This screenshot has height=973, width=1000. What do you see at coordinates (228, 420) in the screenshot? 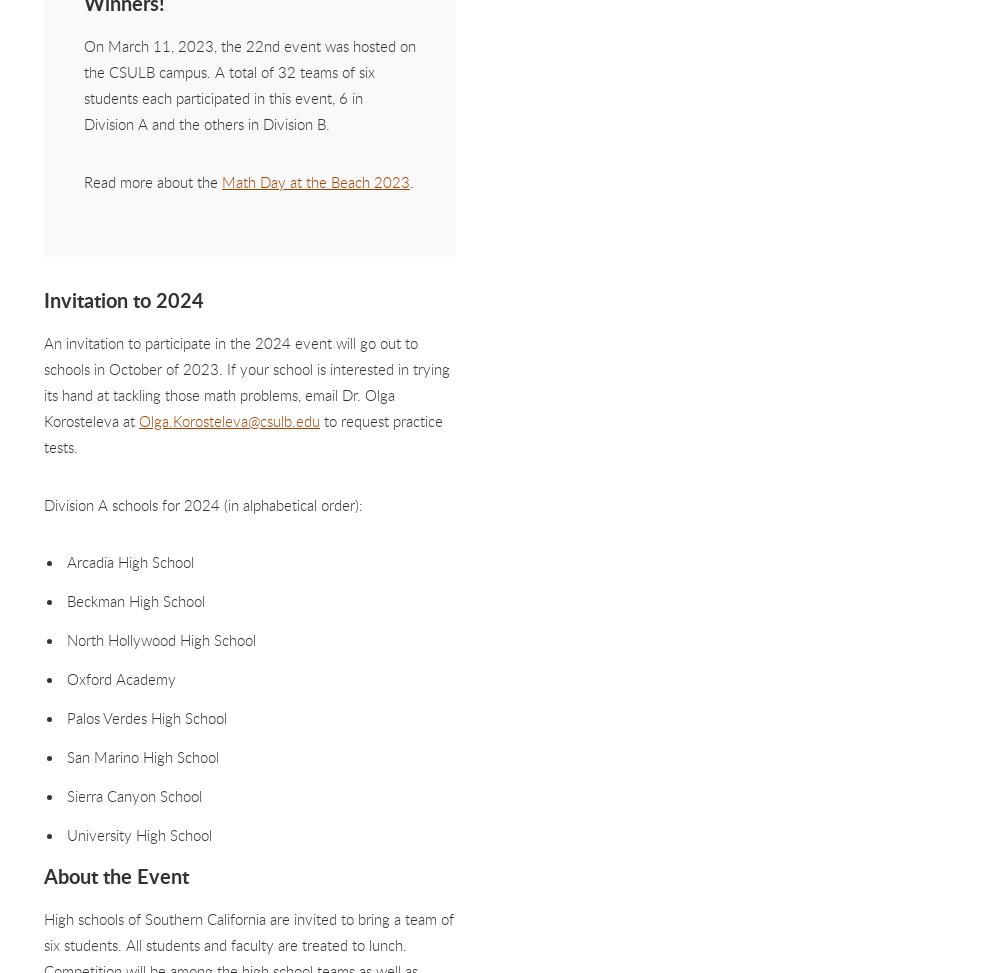
I see `'Olga.Korosteleva@csulb.edu'` at bounding box center [228, 420].